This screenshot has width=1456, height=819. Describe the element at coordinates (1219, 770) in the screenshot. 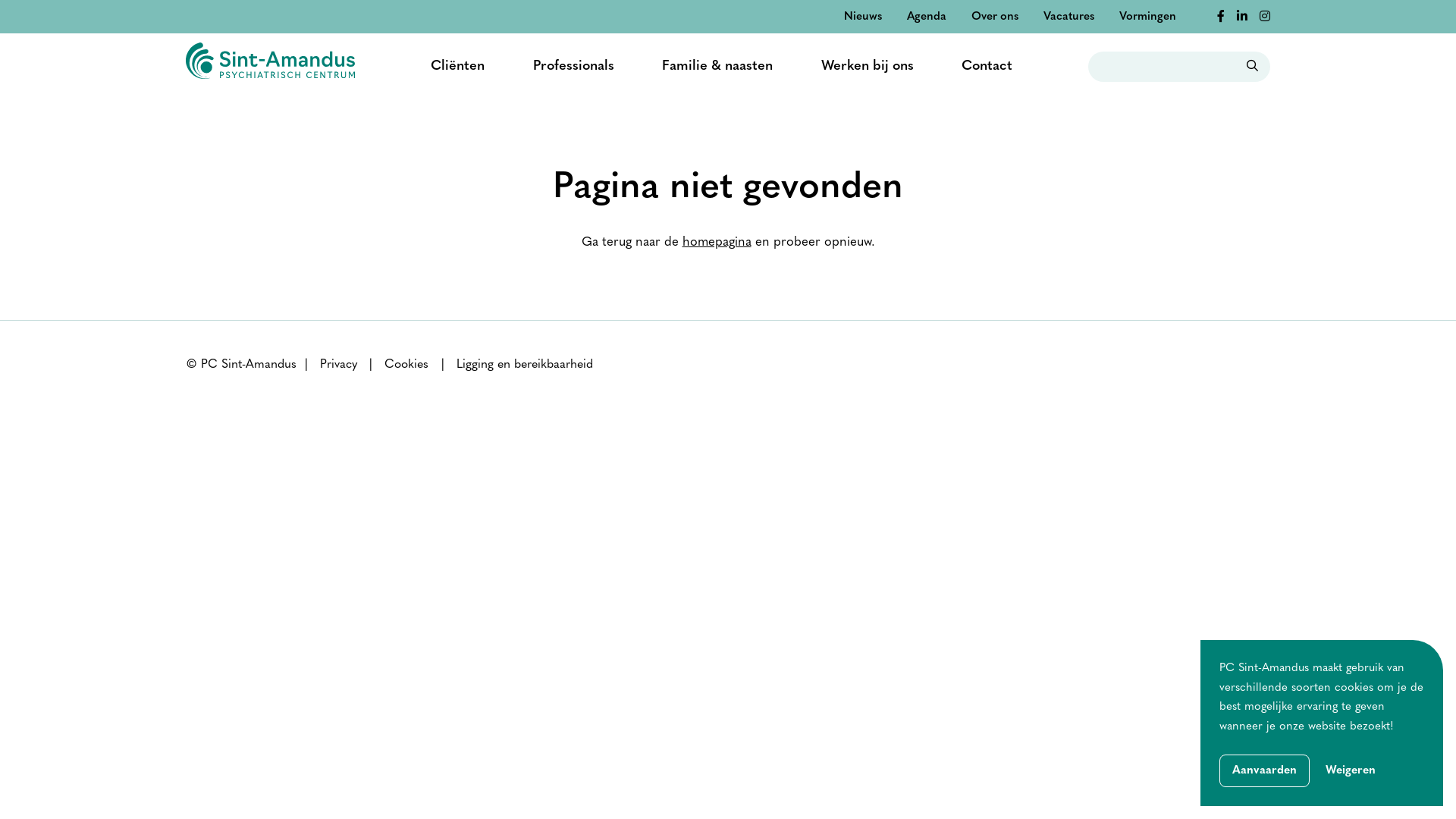

I see `'Aanvaarden'` at that location.